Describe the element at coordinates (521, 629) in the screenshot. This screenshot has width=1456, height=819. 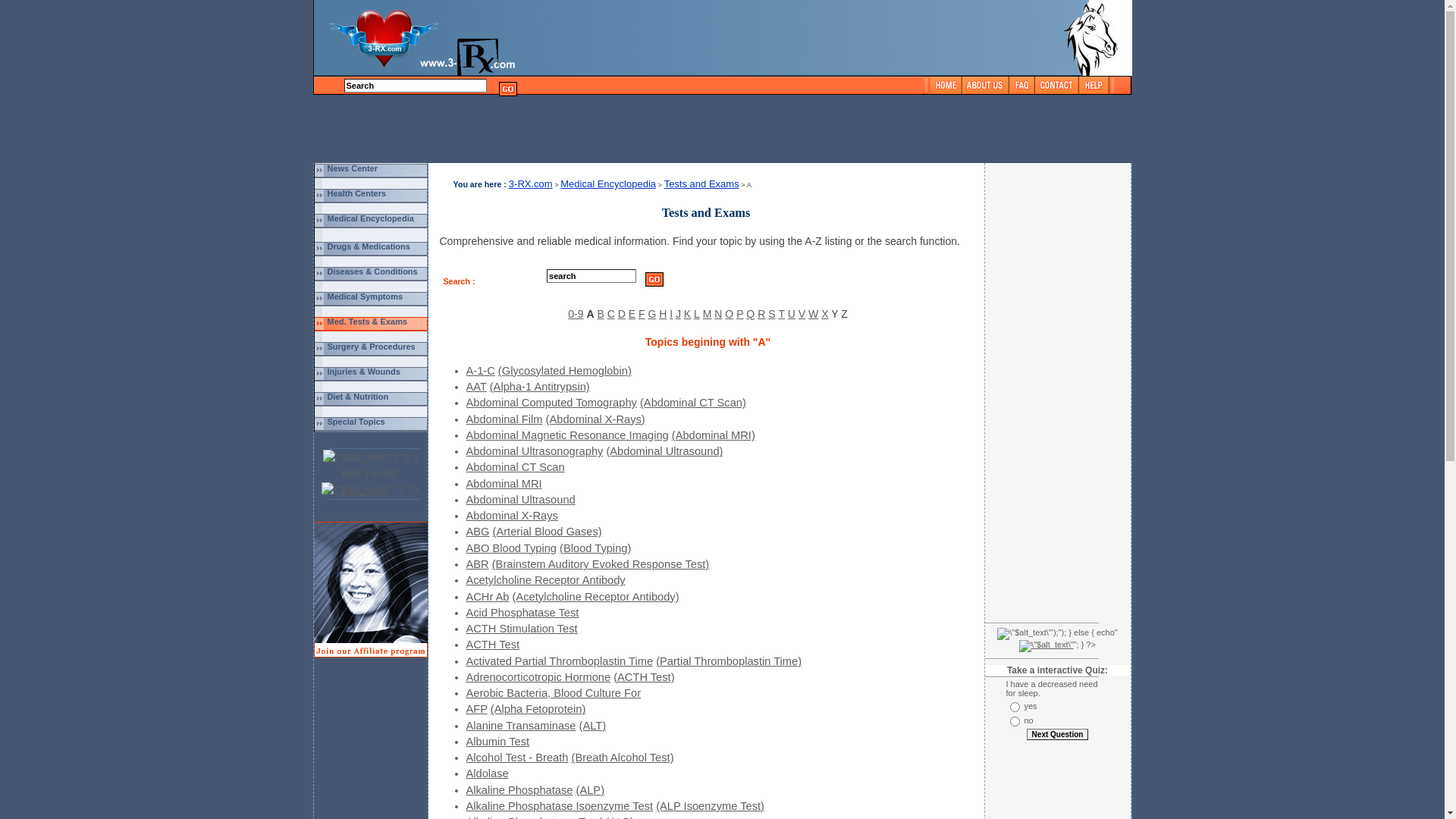
I see `'ACTH Stimulation Test'` at that location.